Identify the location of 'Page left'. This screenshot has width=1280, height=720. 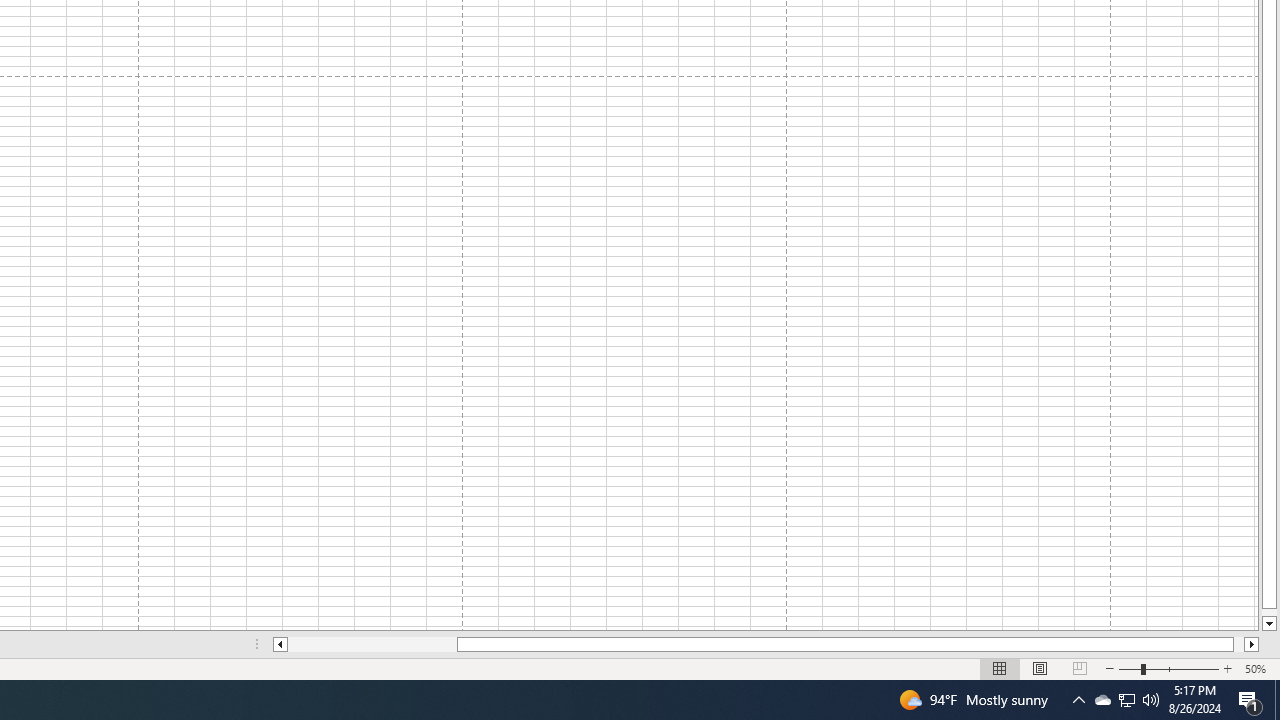
(372, 644).